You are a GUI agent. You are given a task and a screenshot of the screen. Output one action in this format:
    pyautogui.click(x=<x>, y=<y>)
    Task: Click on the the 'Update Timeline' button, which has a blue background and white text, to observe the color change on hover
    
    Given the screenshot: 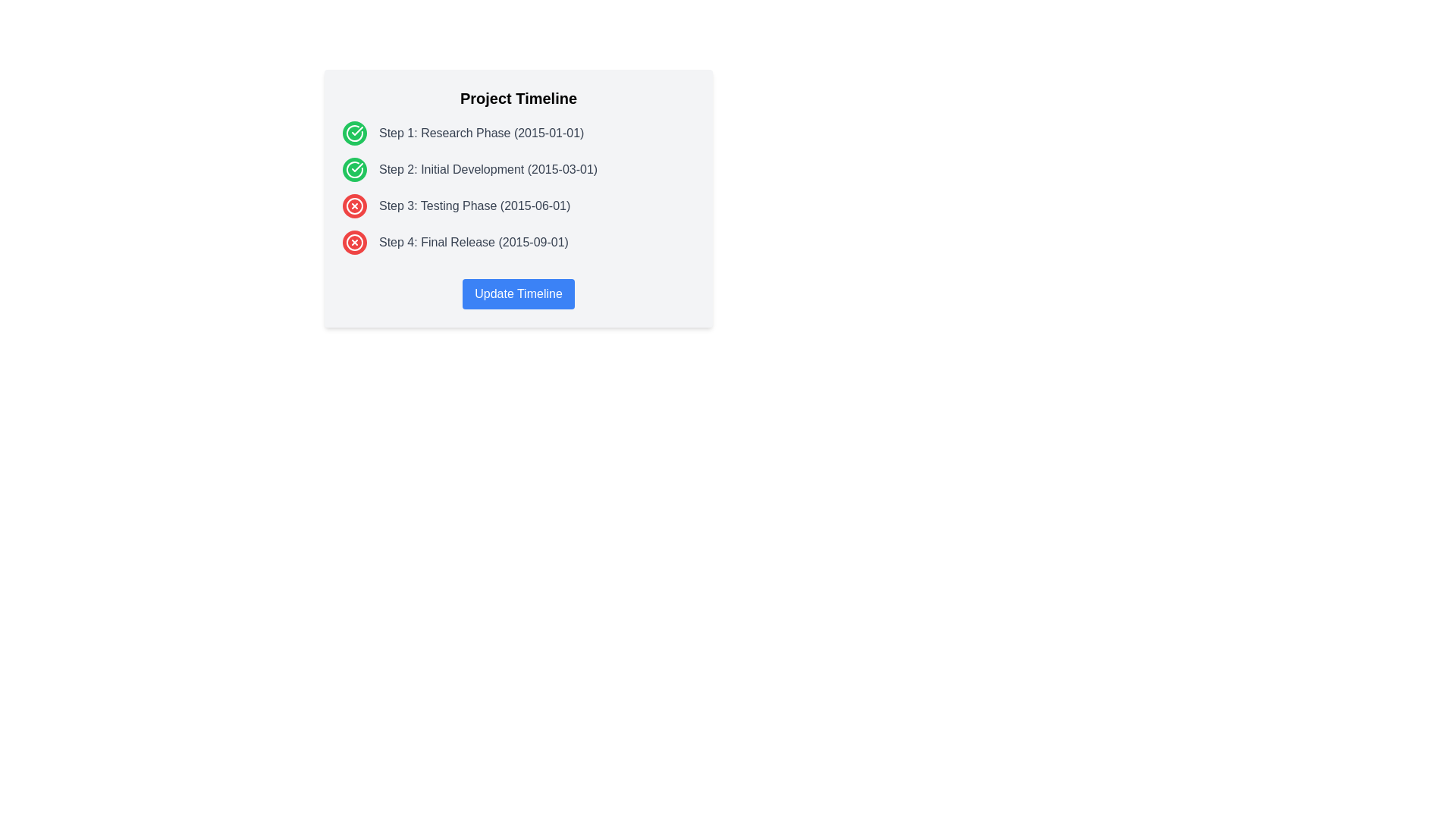 What is the action you would take?
    pyautogui.click(x=519, y=294)
    